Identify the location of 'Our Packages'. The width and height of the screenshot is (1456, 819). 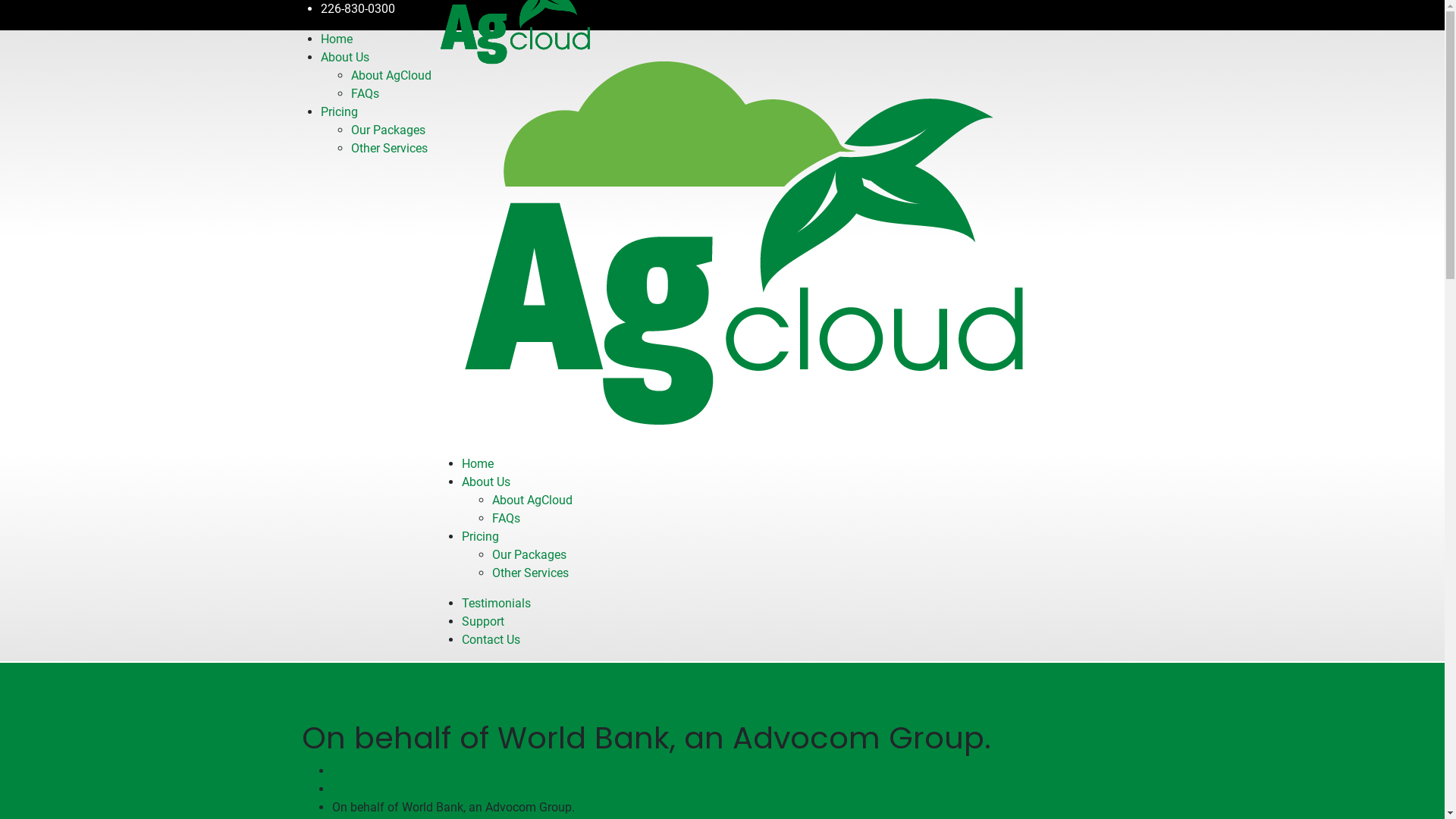
(491, 554).